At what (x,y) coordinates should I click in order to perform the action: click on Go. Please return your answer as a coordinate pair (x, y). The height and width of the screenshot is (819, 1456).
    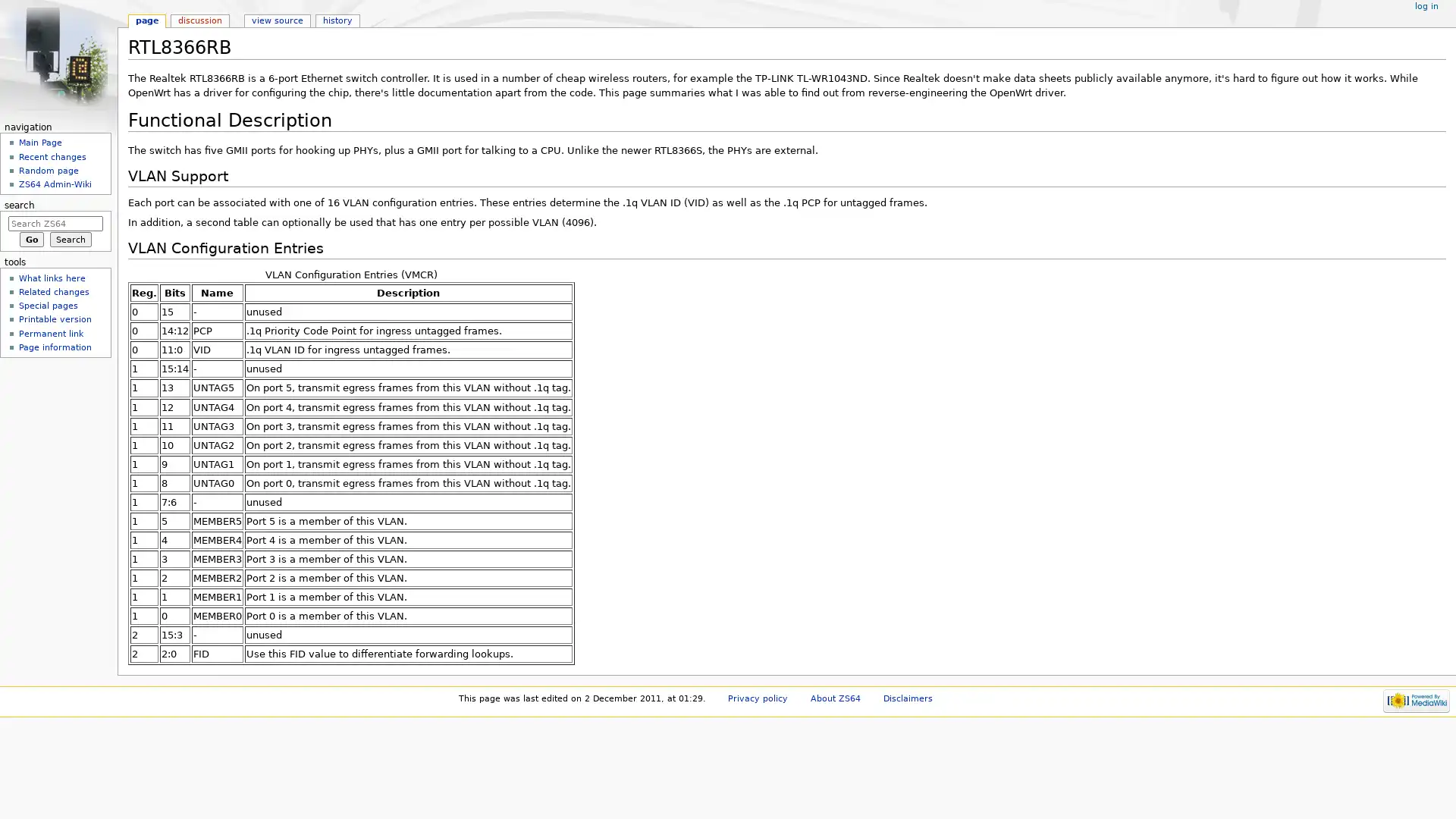
    Looking at the image, I should click on (31, 239).